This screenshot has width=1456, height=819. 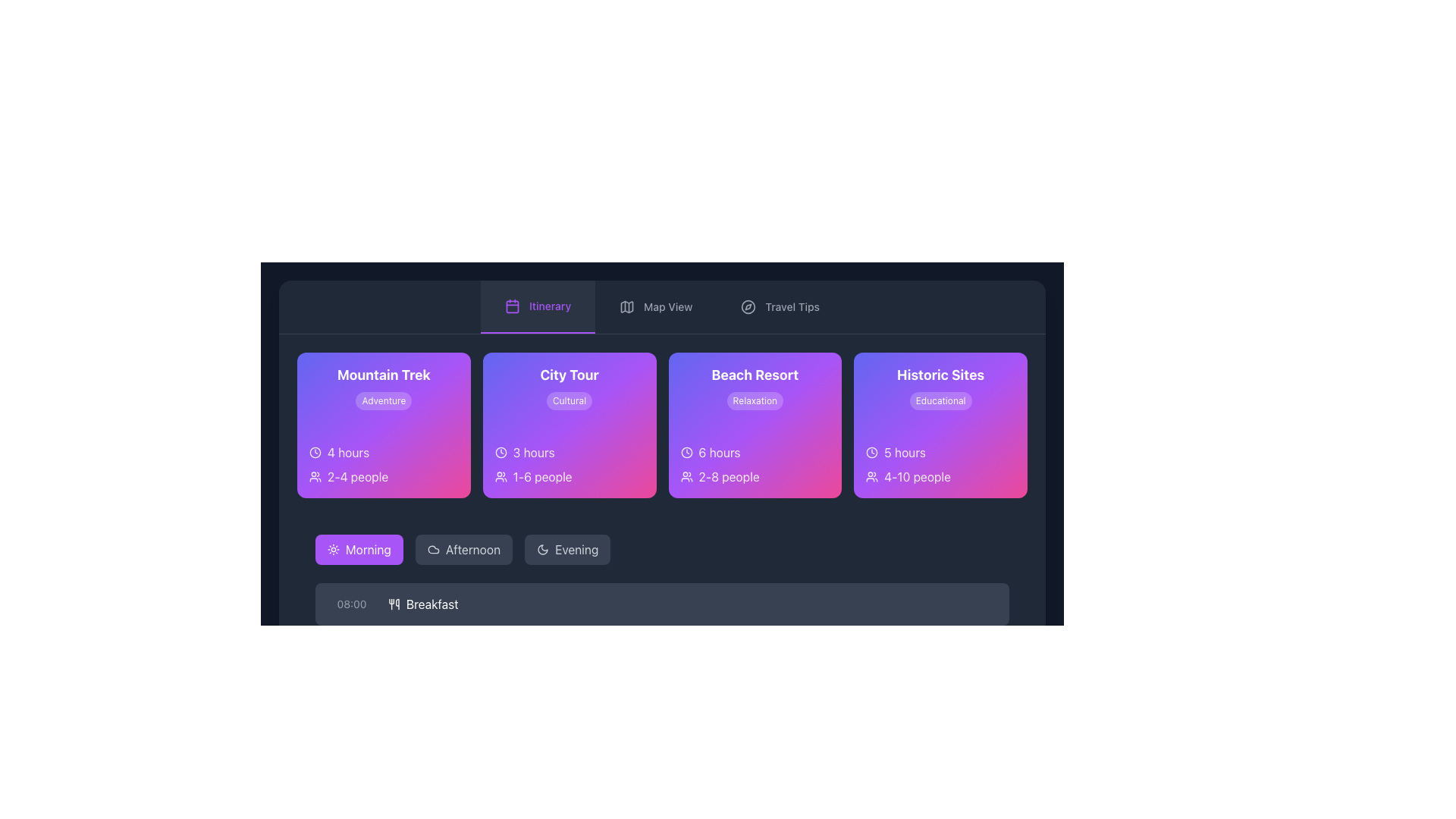 What do you see at coordinates (686, 475) in the screenshot?
I see `the icon indicating the number of people suggested for the activity on the 'Beach Resort' card located in the bottom left next to the text '2-8 people'` at bounding box center [686, 475].